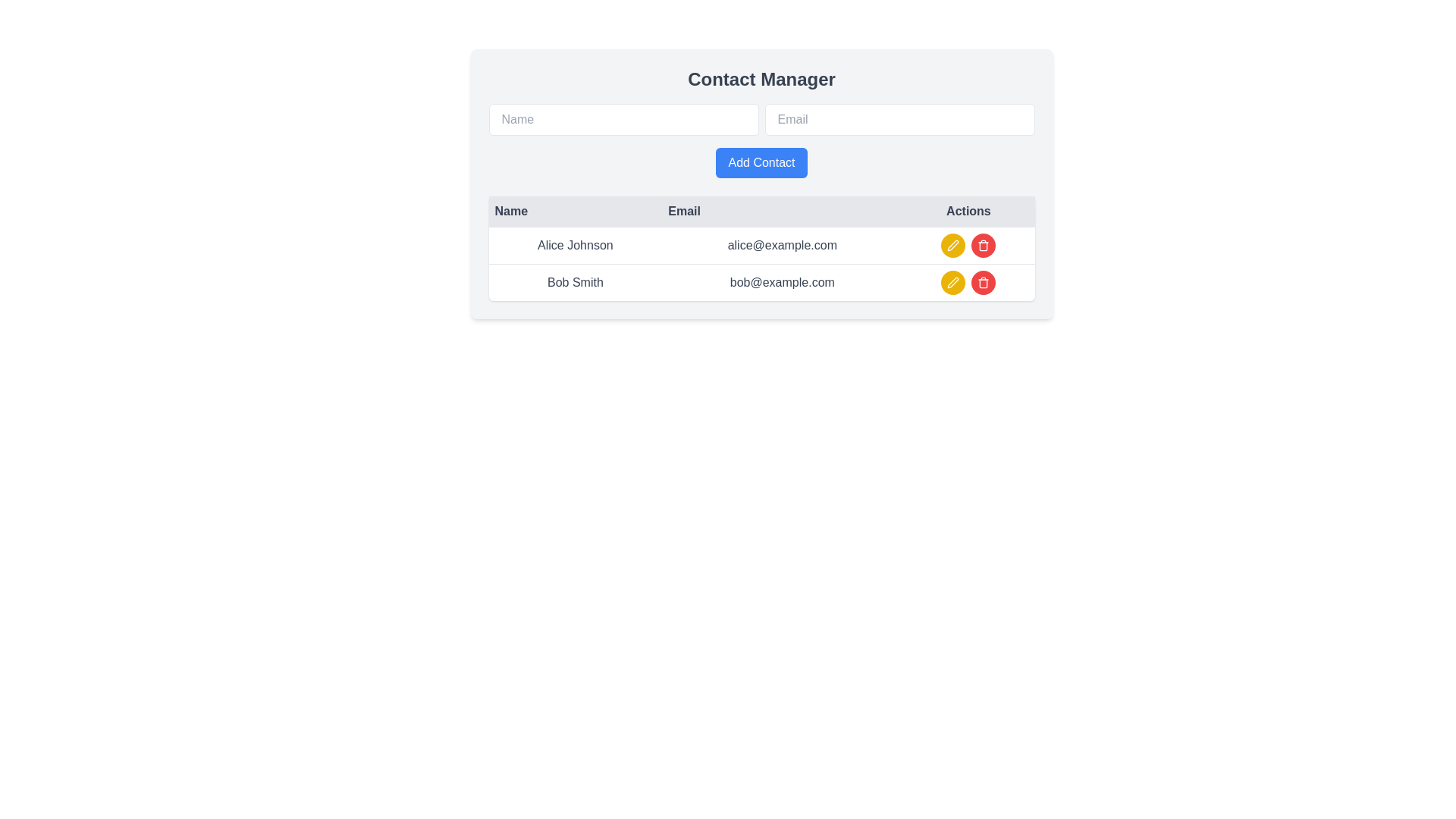 The image size is (1456, 819). What do you see at coordinates (952, 245) in the screenshot?
I see `the edit icon located in the yellow circular button within the Actions column of the table for the entry corresponding to the email address 'alice@example.com'` at bounding box center [952, 245].